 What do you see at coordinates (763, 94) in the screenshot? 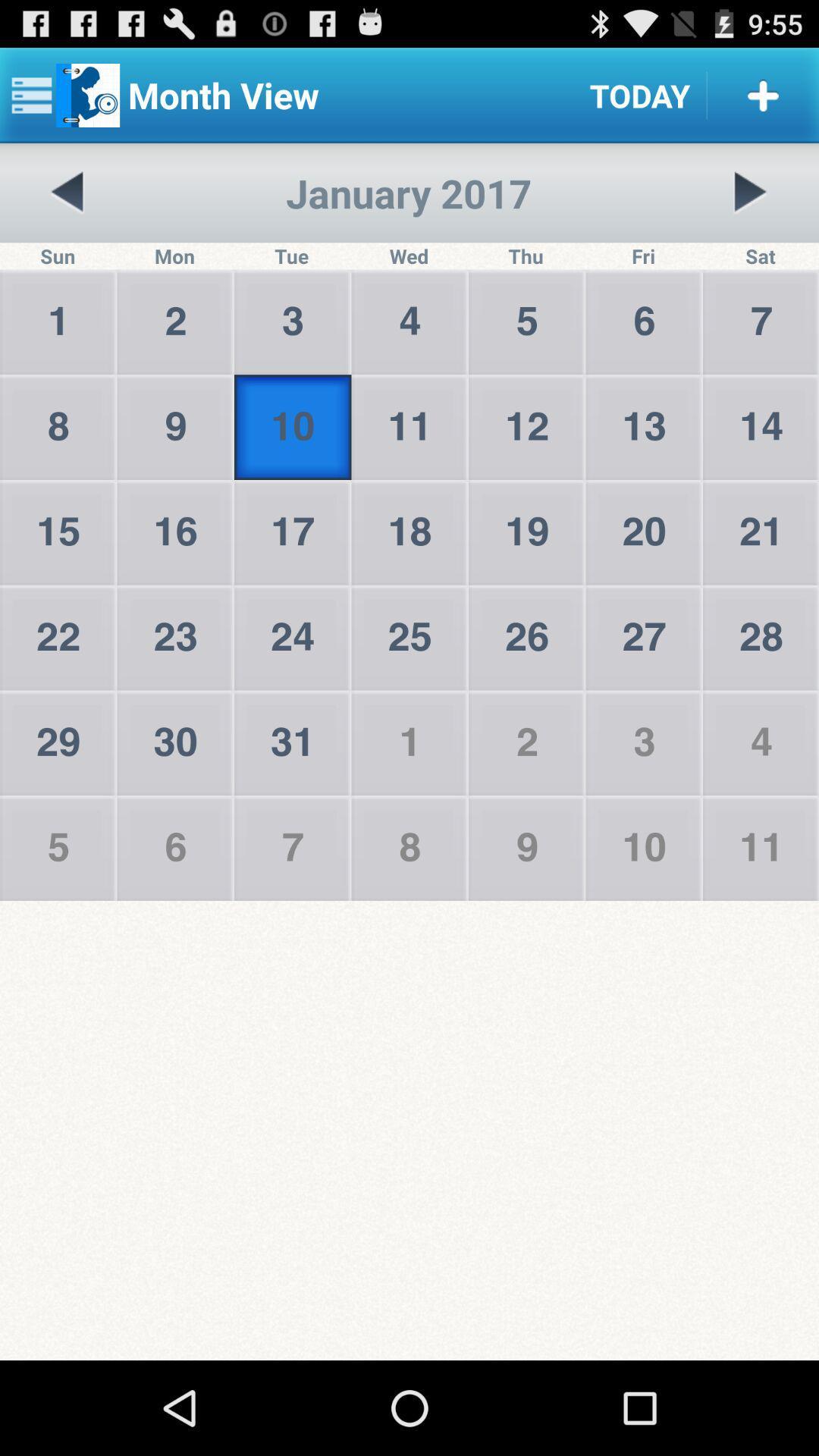
I see `an event` at bounding box center [763, 94].